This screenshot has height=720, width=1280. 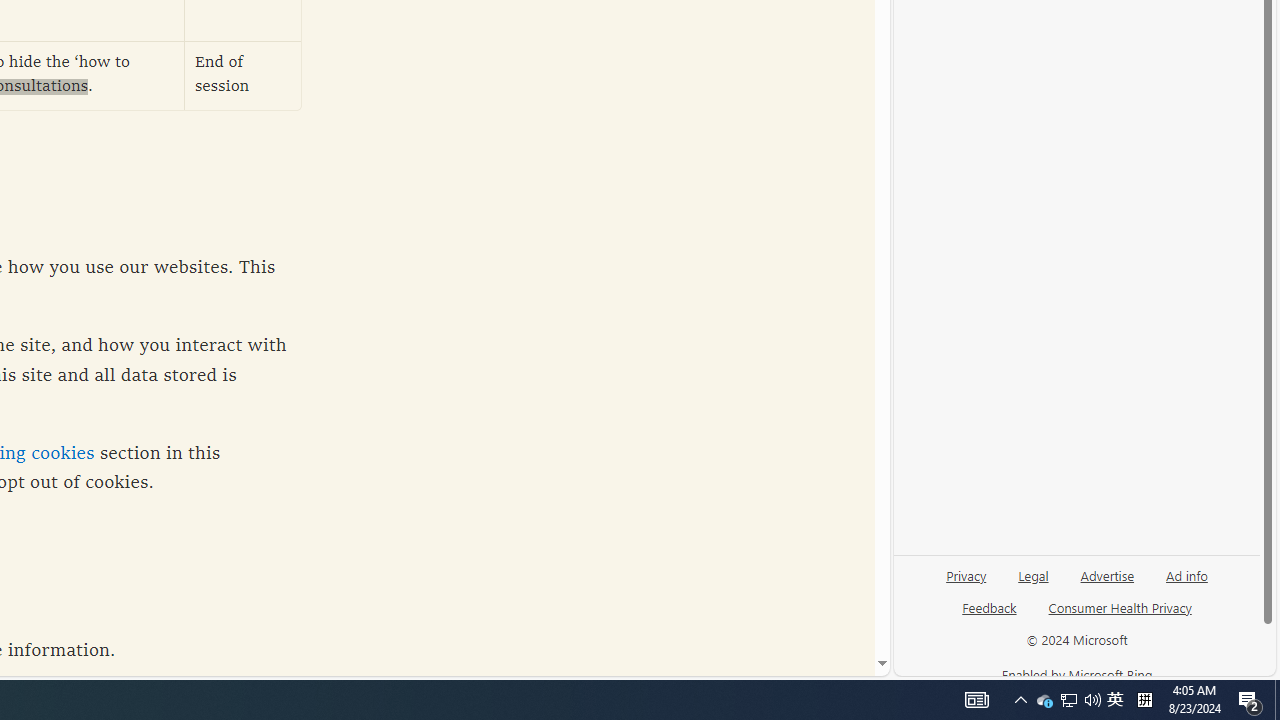 I want to click on 'Advertise', so click(x=1106, y=574).